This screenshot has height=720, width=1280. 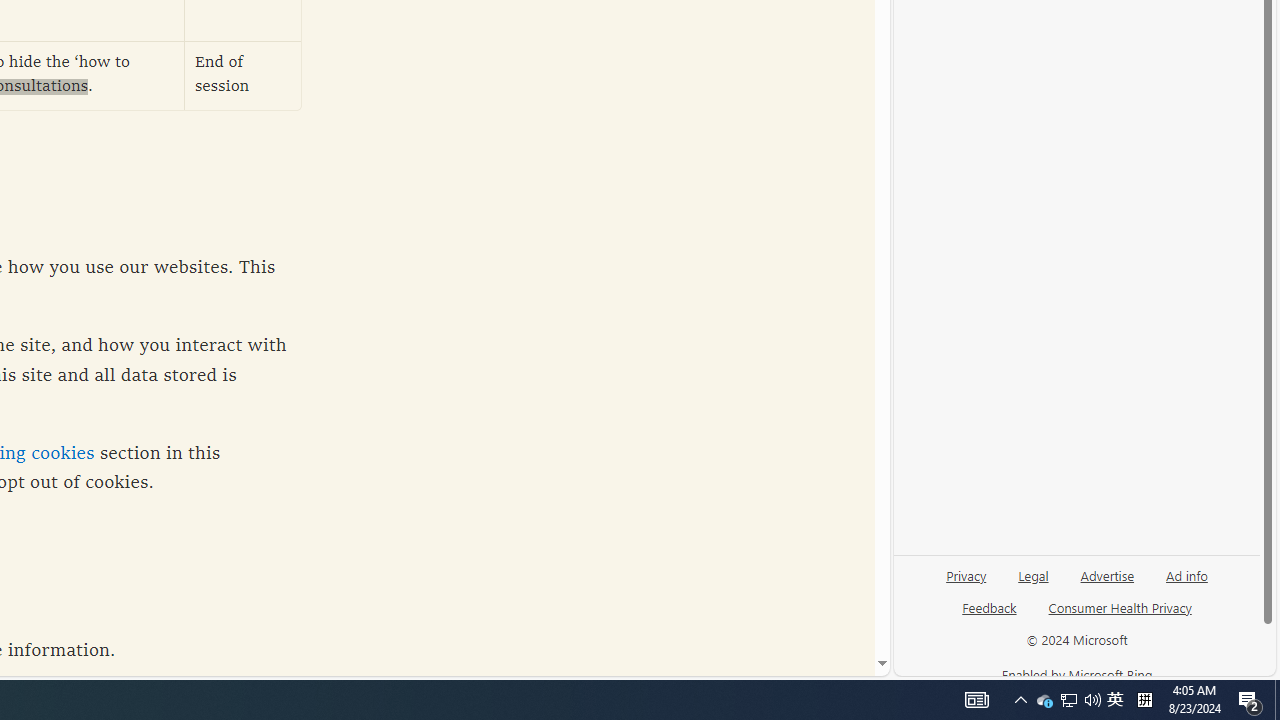 I want to click on 'Advertise', so click(x=1106, y=574).